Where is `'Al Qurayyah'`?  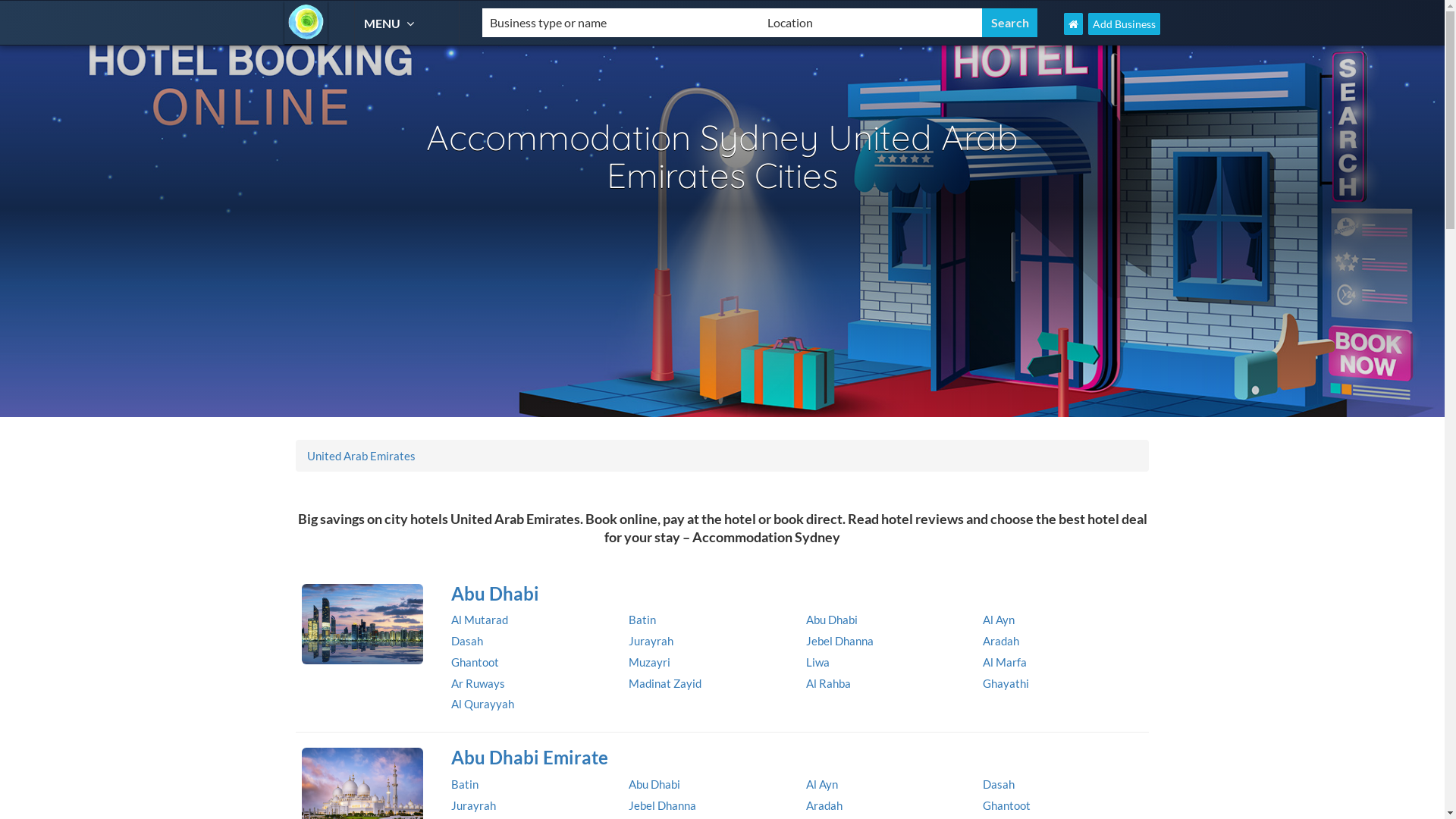 'Al Qurayyah' is located at coordinates (482, 704).